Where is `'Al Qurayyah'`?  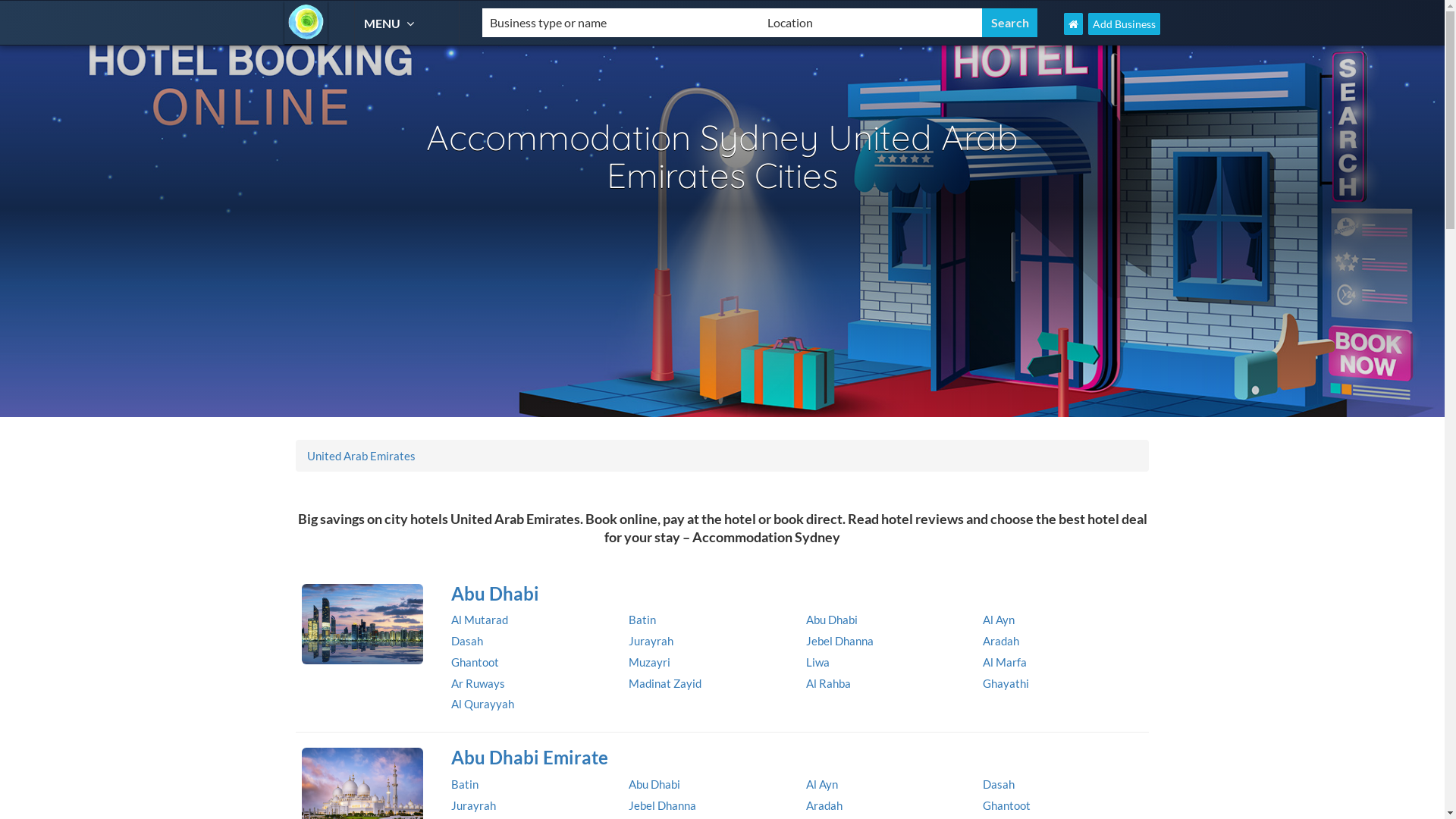 'Al Qurayyah' is located at coordinates (482, 704).